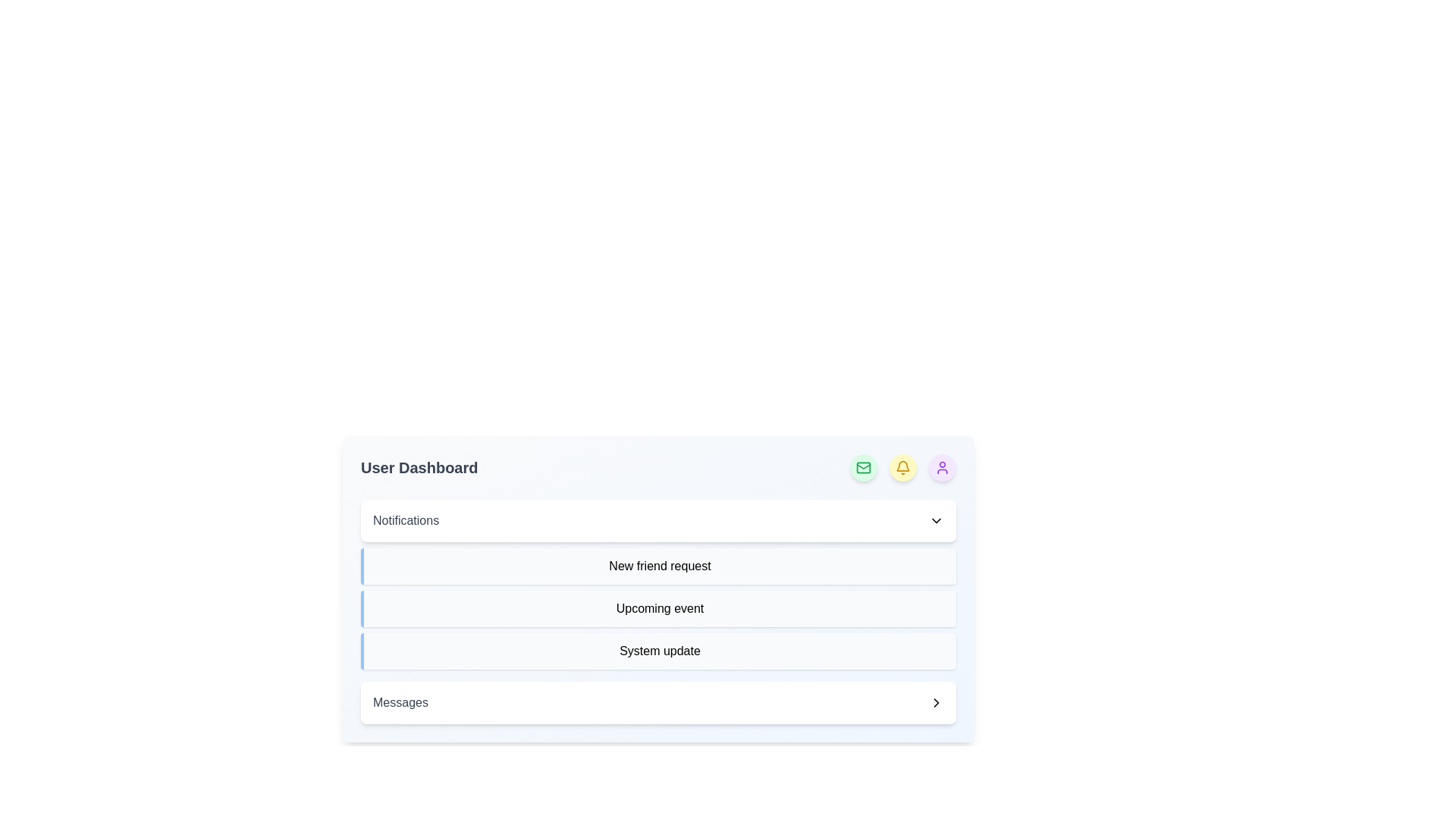  I want to click on text from the notification item labeled 'Upcoming event', which is the second item in the notifications list on the User Dashboard, so click(658, 607).